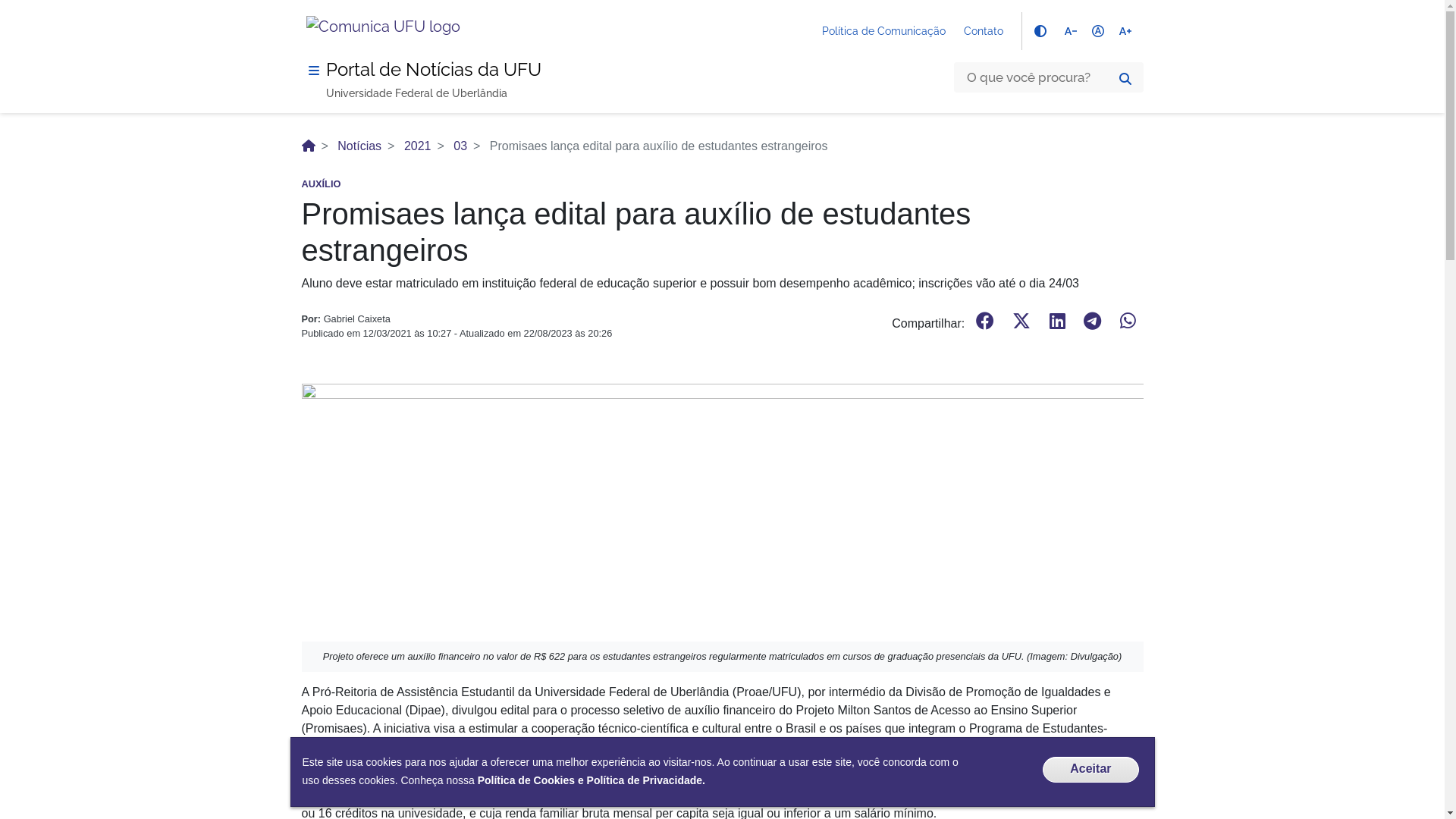 The width and height of the screenshot is (1456, 819). I want to click on '03', so click(453, 146).